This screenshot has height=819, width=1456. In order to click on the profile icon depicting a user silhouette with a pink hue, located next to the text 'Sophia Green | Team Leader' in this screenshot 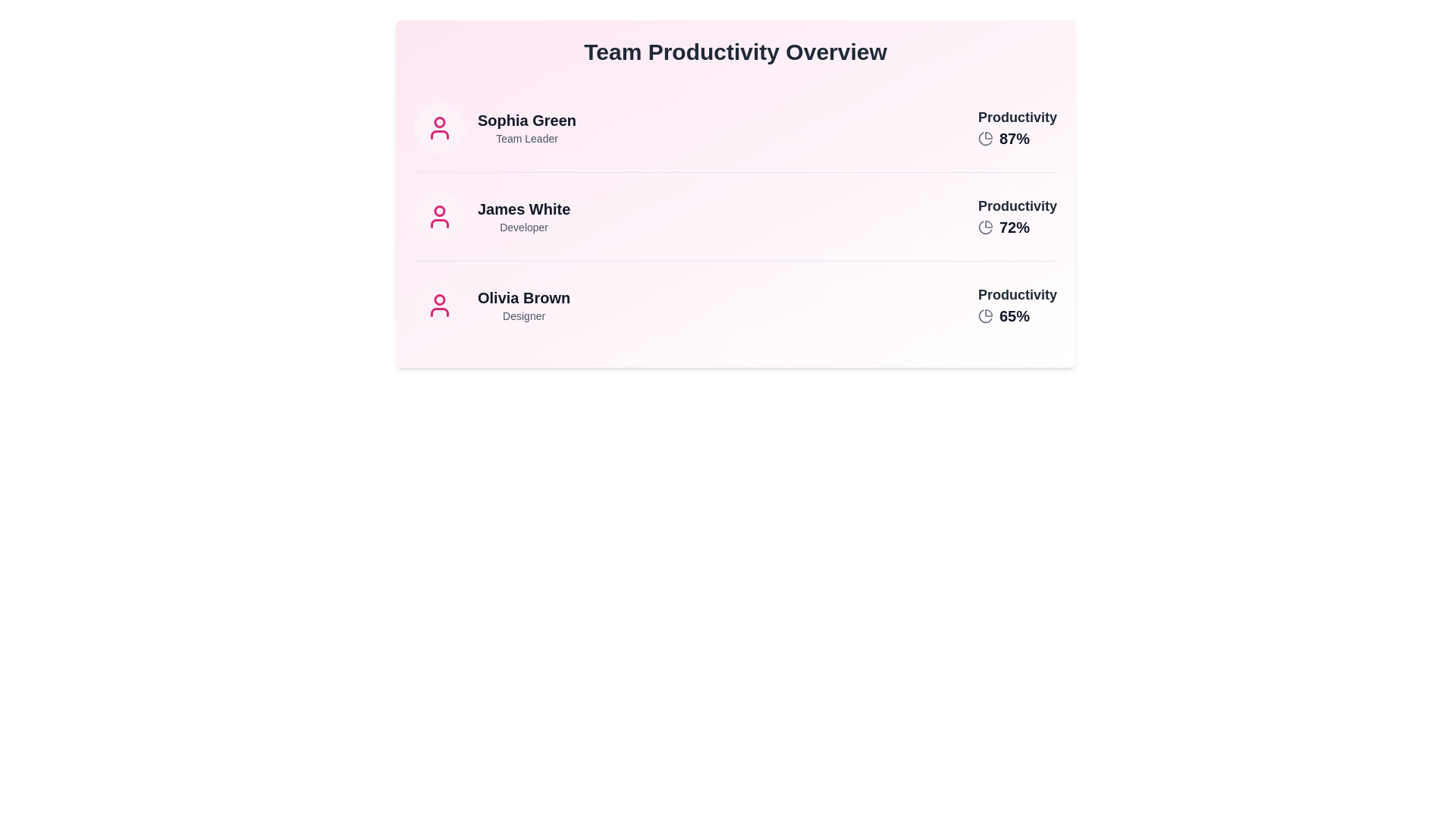, I will do `click(439, 127)`.